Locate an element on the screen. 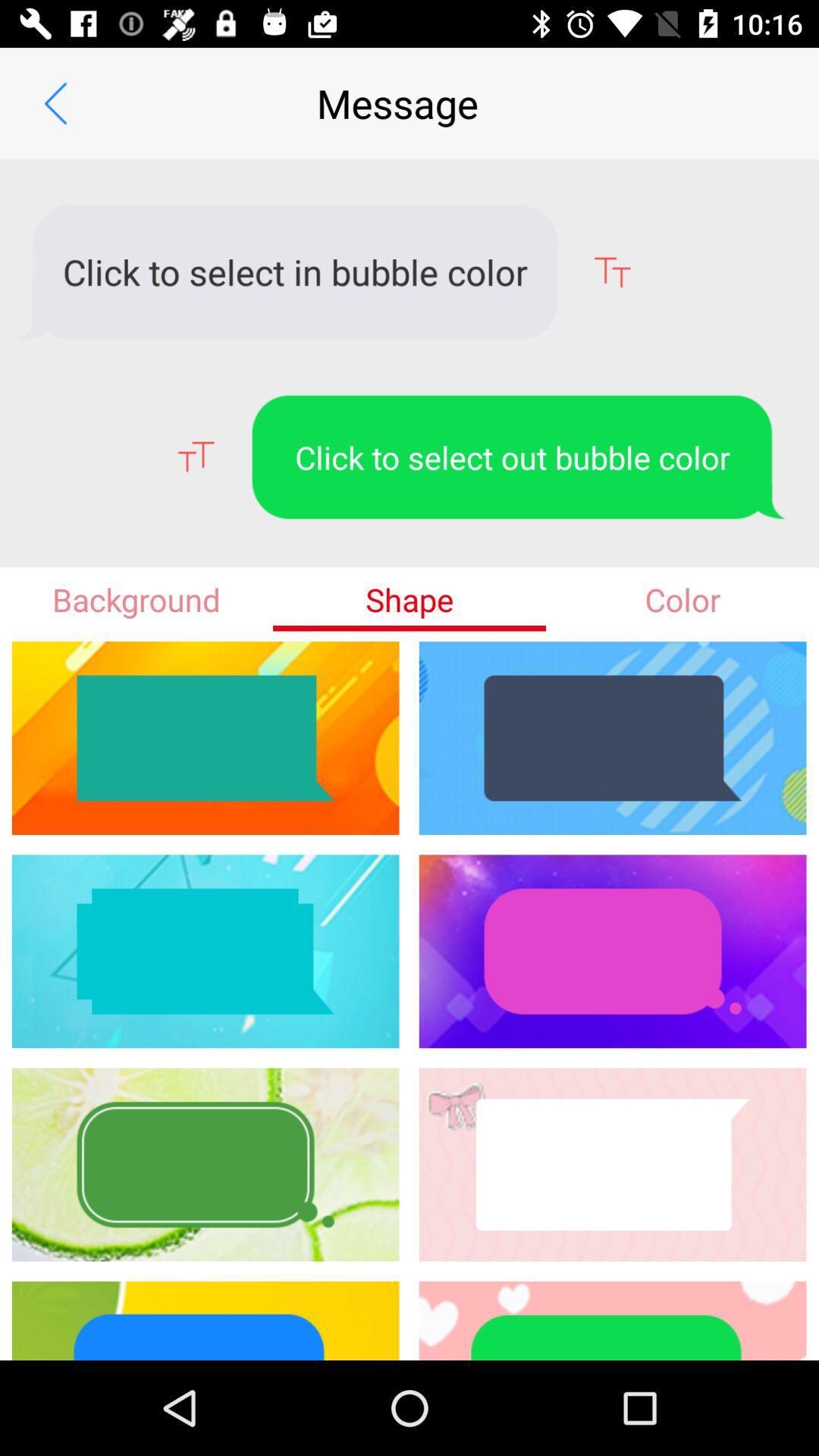 The image size is (819, 1456). the font icon is located at coordinates (611, 272).